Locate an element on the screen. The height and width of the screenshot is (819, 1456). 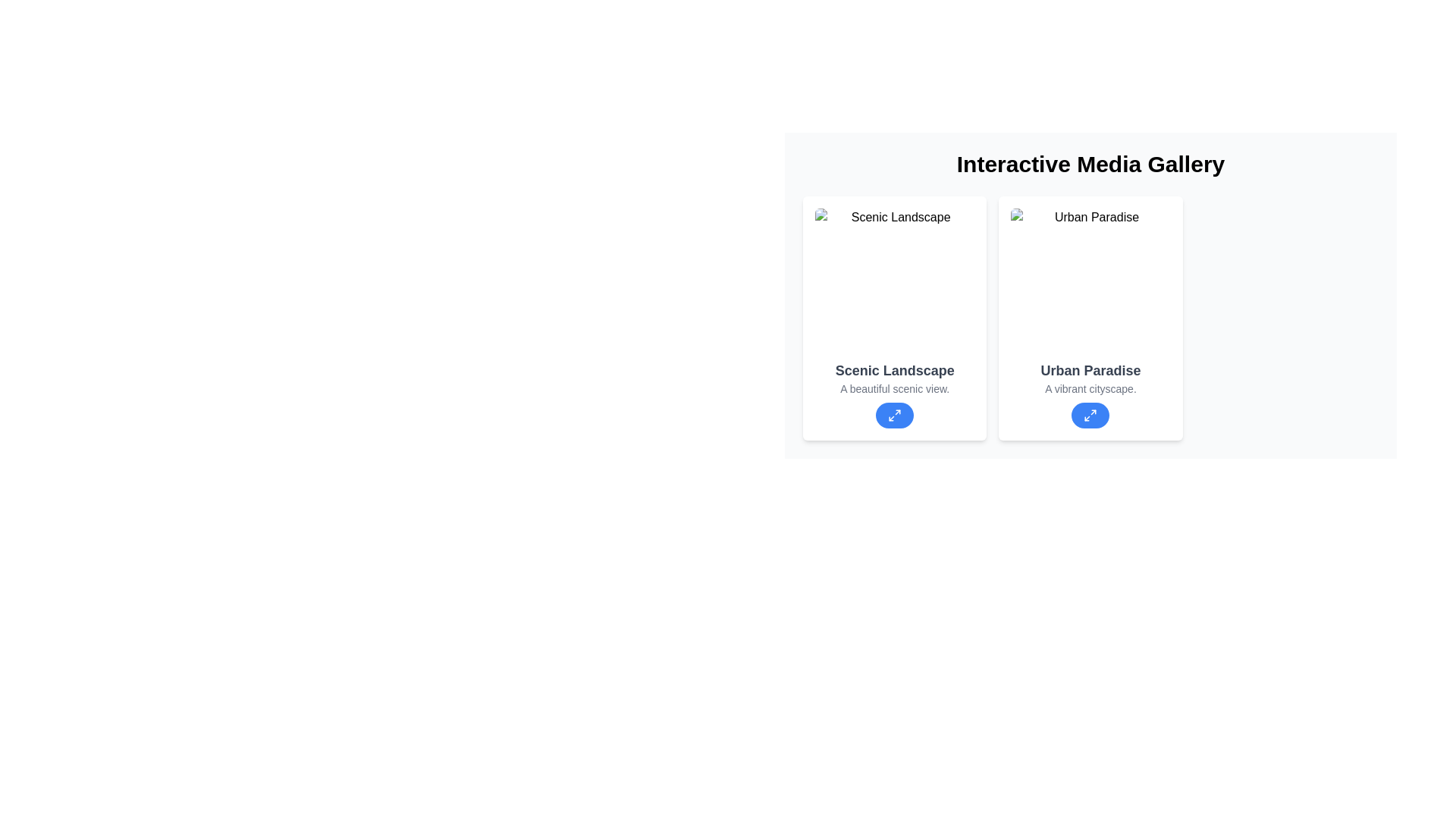
the icon button with outward-pointing diagonal arrows located inside a blue circular button below the 'Urban Paradise' text is located at coordinates (1090, 415).